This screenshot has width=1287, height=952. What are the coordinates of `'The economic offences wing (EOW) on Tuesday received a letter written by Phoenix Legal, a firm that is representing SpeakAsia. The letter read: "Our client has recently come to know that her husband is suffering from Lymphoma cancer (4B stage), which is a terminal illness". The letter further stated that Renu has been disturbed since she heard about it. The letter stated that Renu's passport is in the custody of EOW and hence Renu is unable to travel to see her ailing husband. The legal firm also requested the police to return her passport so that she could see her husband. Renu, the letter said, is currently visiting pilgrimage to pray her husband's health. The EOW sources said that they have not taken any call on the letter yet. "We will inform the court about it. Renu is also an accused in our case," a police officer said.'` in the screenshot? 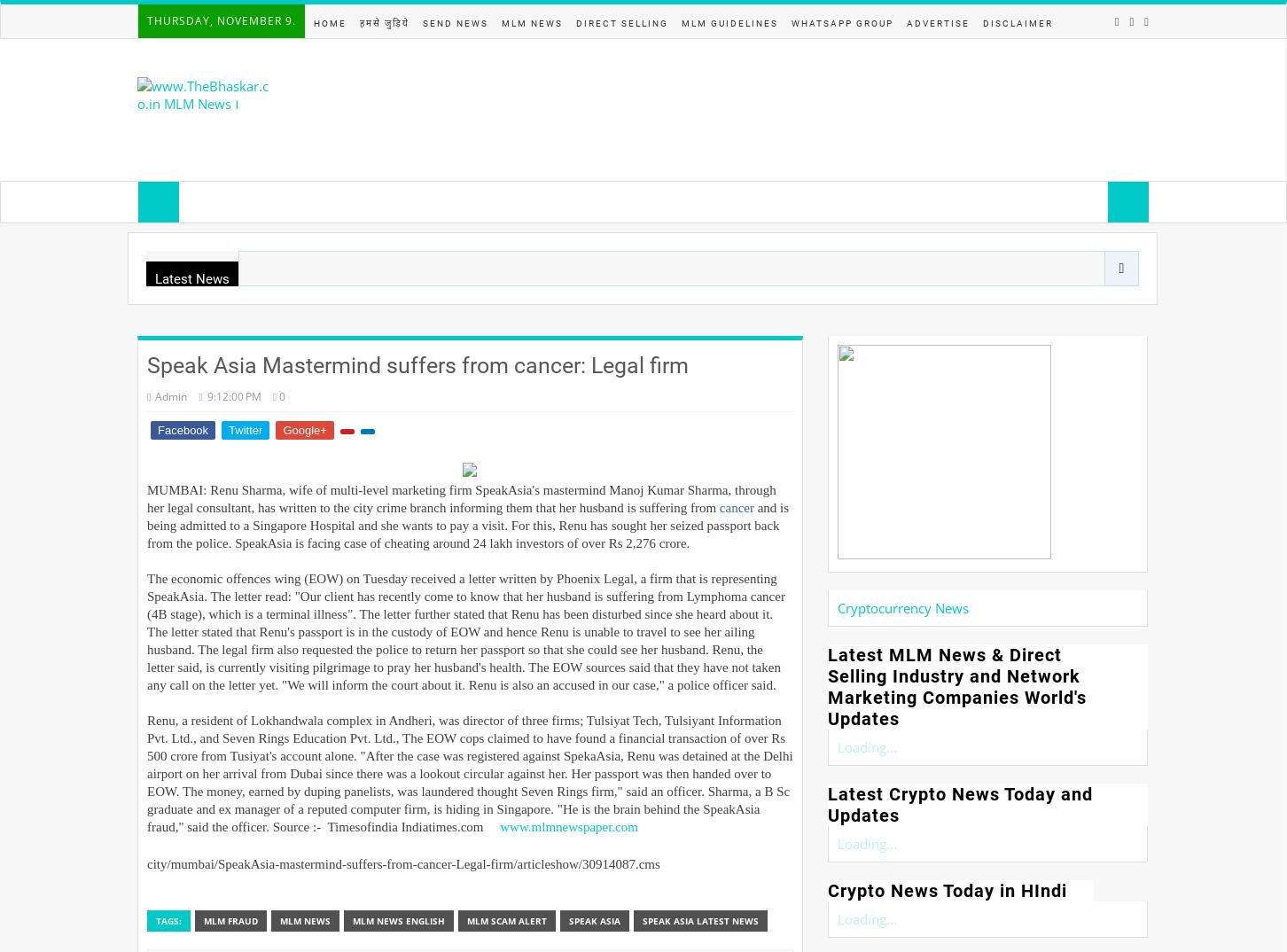 It's located at (146, 632).